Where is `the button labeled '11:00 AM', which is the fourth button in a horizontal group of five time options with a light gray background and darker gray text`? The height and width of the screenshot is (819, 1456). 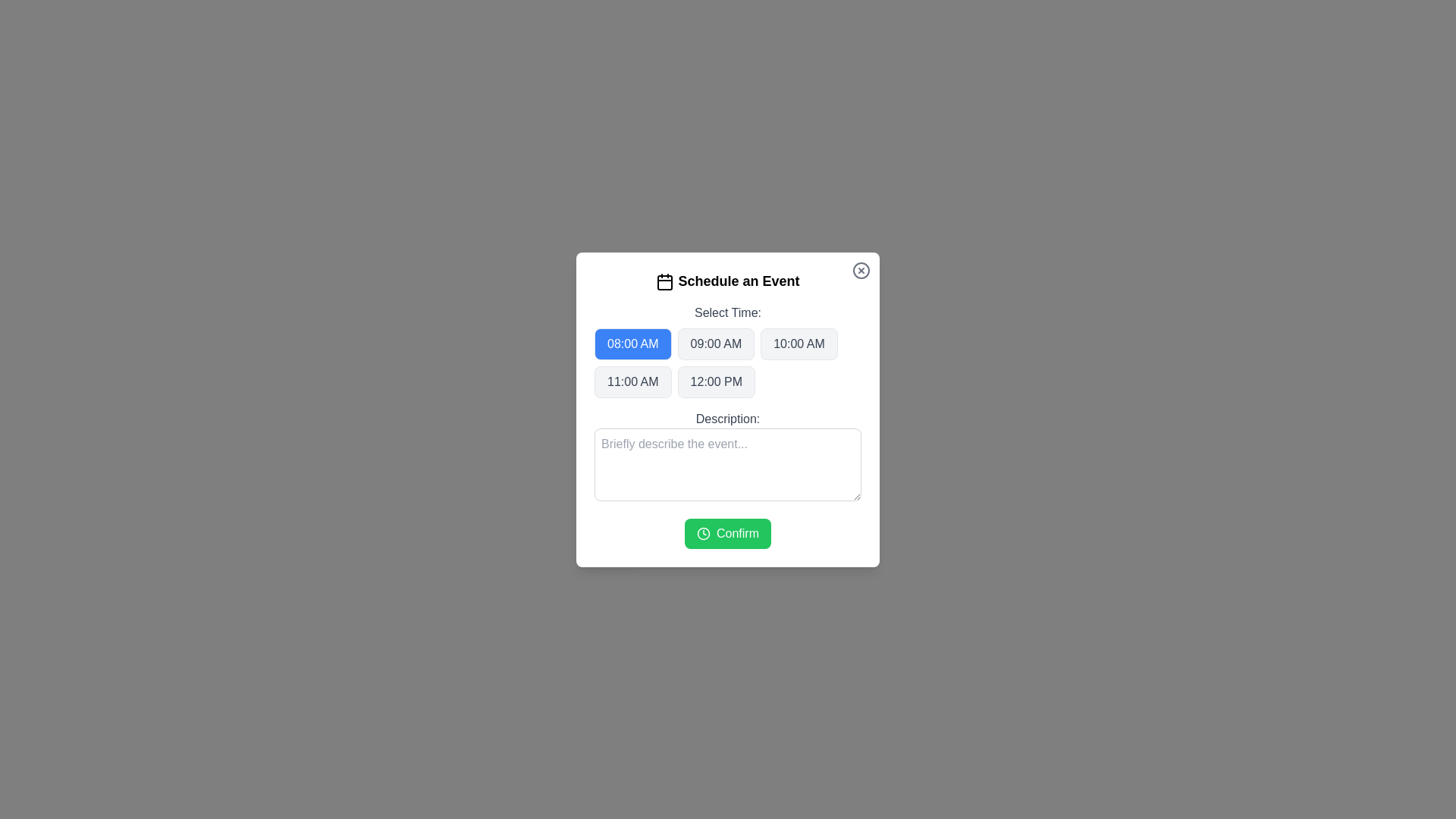
the button labeled '11:00 AM', which is the fourth button in a horizontal group of five time options with a light gray background and darker gray text is located at coordinates (632, 381).